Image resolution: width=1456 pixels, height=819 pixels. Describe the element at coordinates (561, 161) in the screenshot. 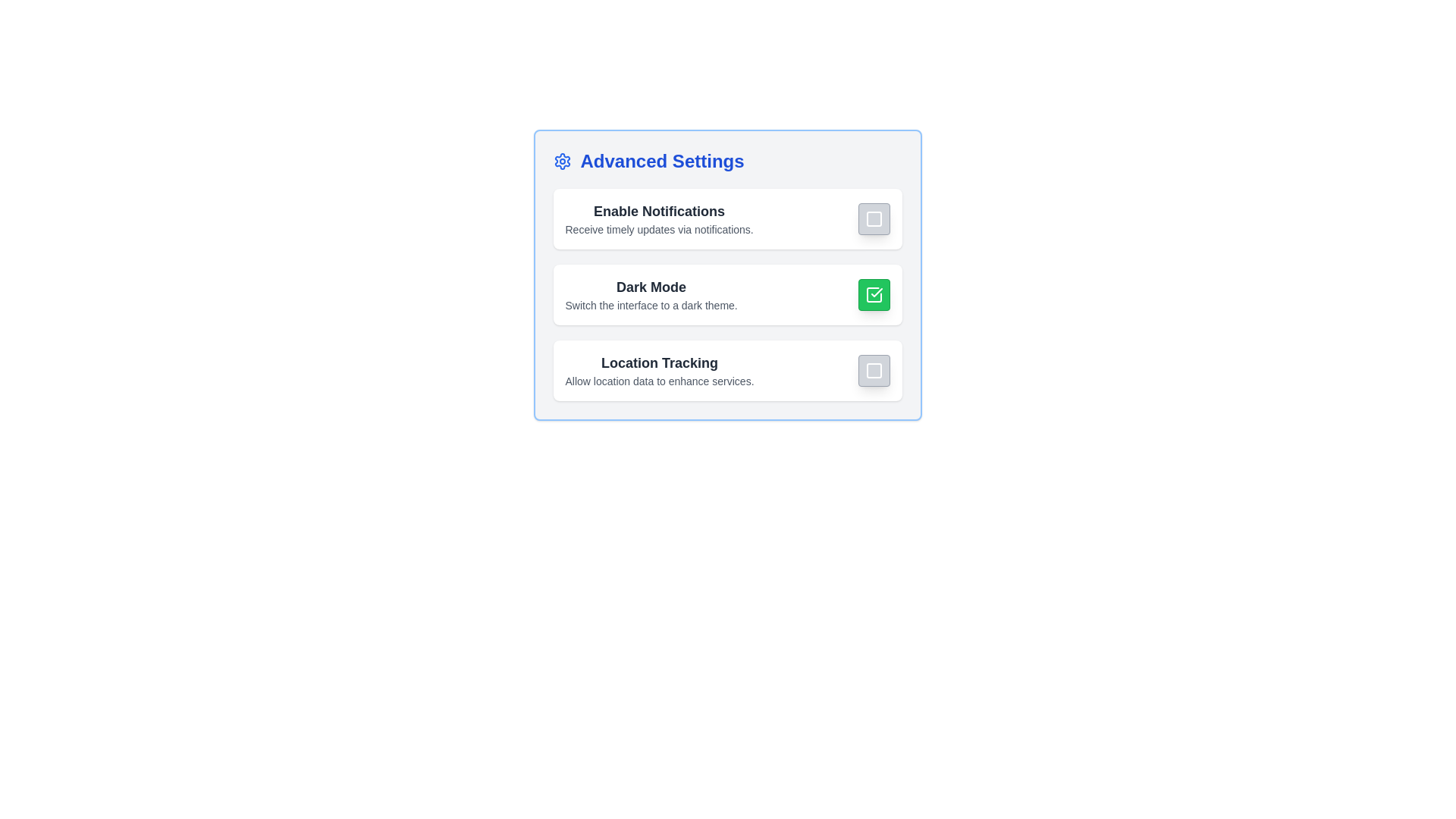

I see `the blue gear icon next to the 'Advanced Settings' text` at that location.